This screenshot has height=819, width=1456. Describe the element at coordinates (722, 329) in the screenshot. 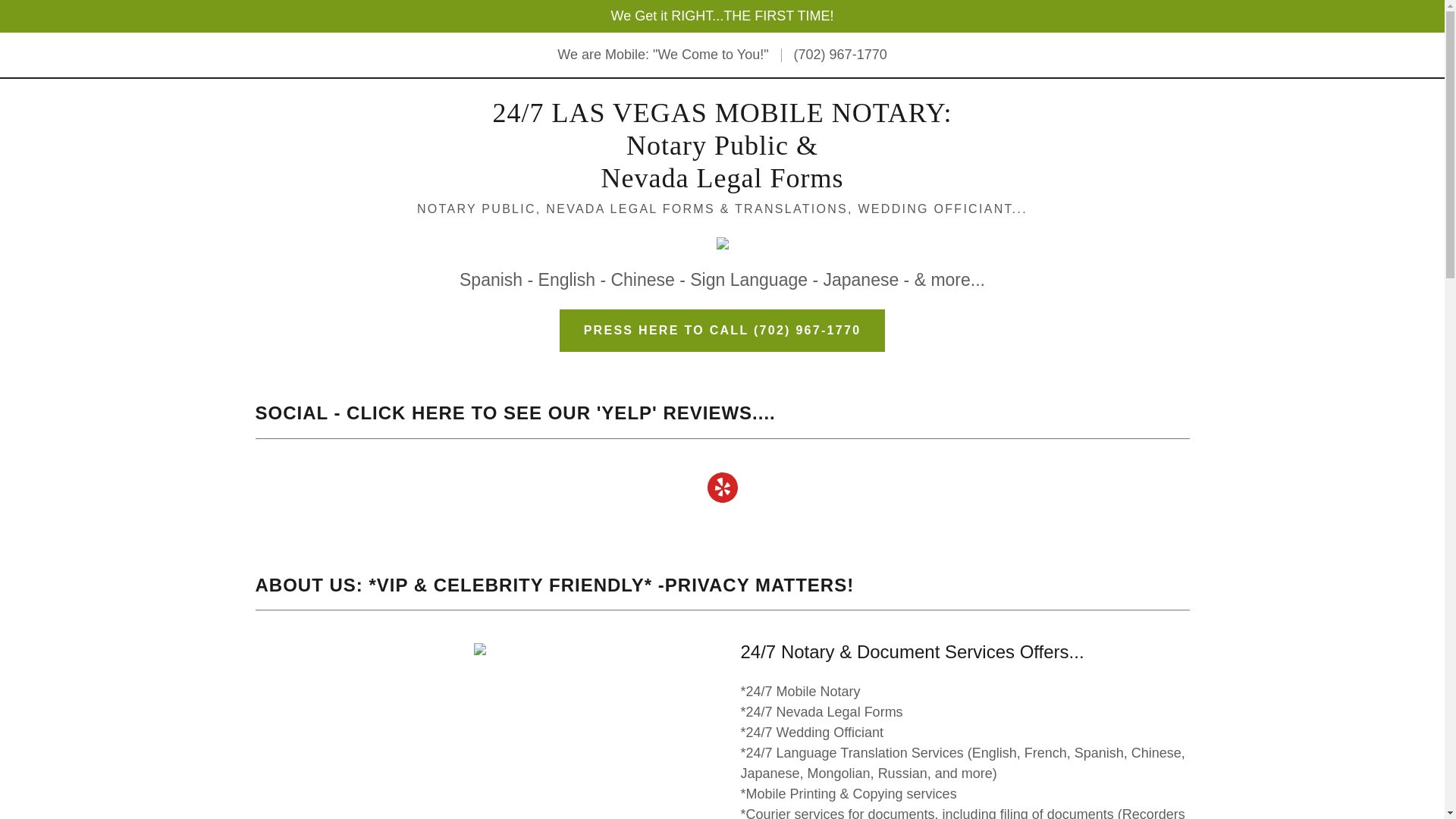

I see `'PRESS HERE TO CALL (702) 967-1770'` at that location.